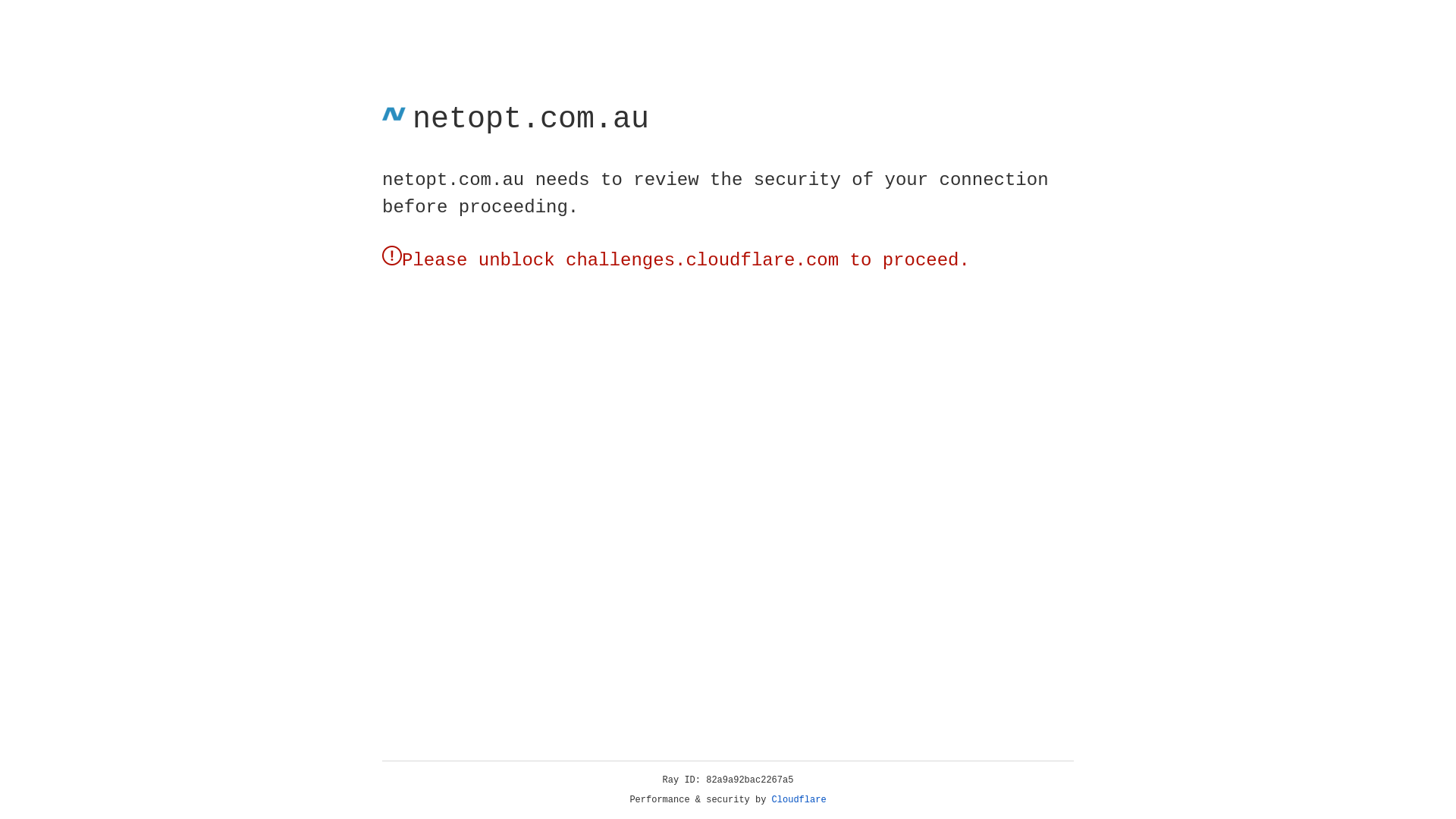 The height and width of the screenshot is (819, 1456). Describe the element at coordinates (799, 799) in the screenshot. I see `'Cloudflare'` at that location.